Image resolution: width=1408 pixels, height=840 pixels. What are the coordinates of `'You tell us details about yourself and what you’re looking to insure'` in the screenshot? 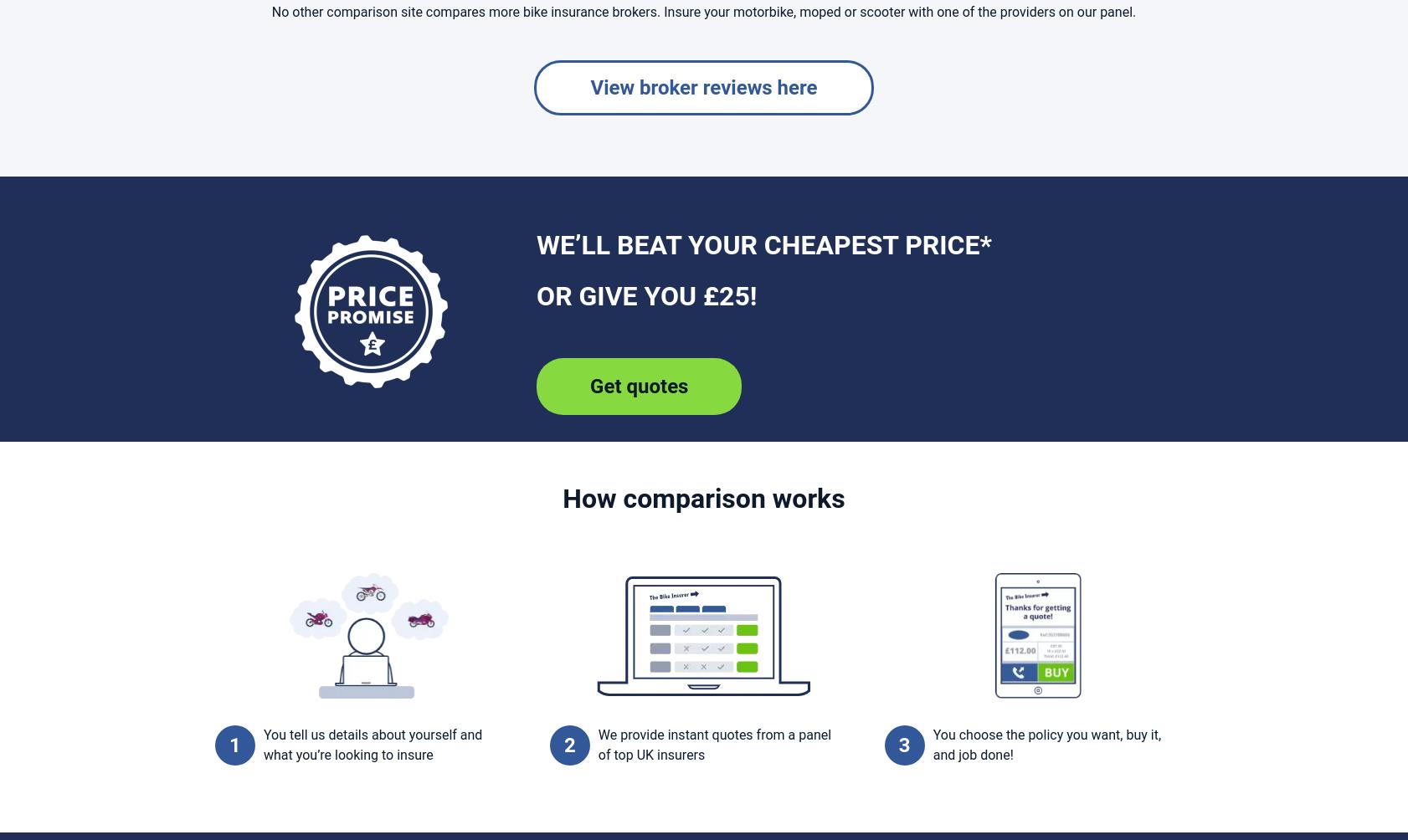 It's located at (373, 744).